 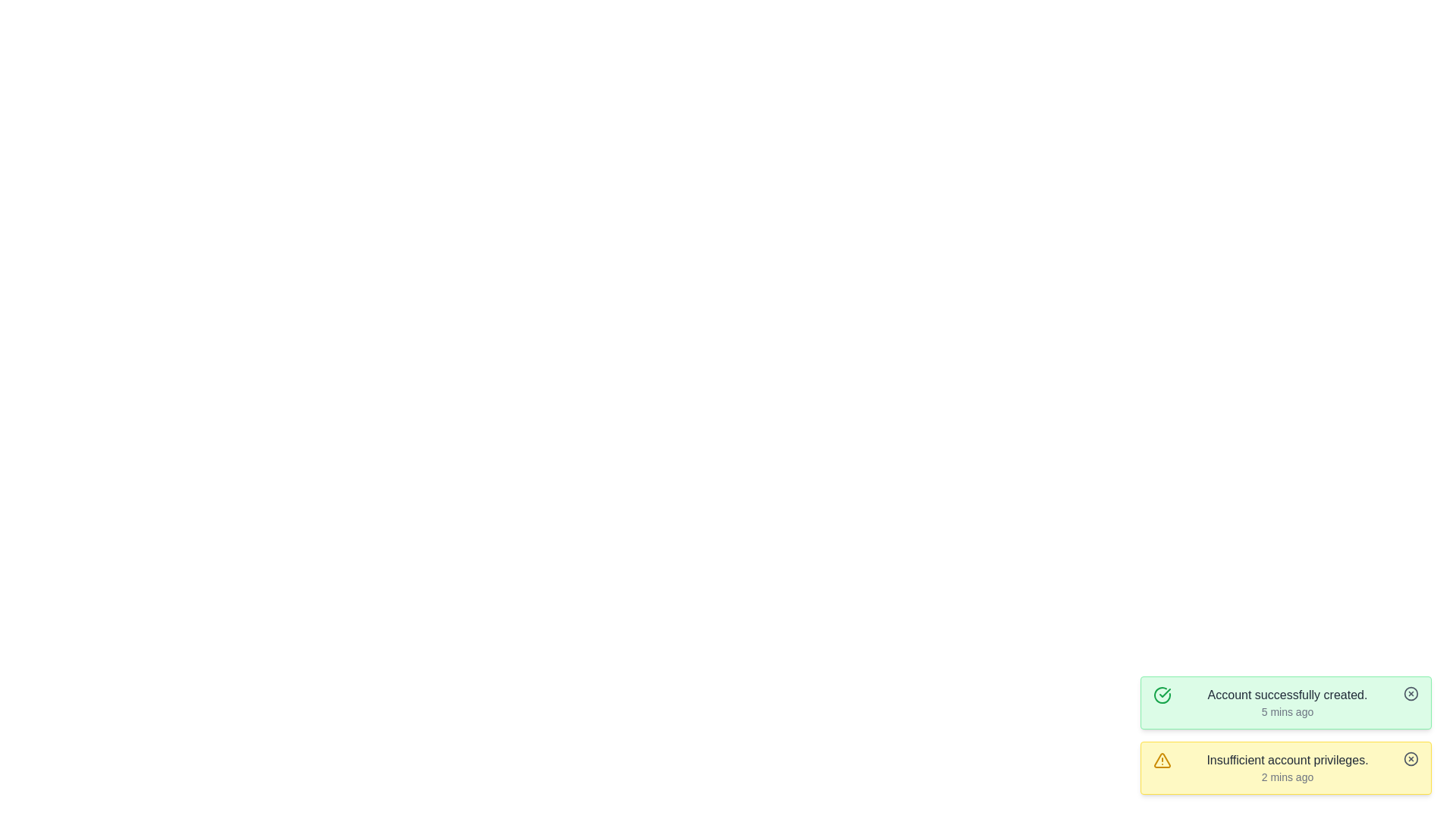 What do you see at coordinates (1410, 759) in the screenshot?
I see `the circular 'X' icon with a radius of 10 pixels, which is part of the second notification, located centrally within a 24x24 pixel icon adjacent to the notification panel` at bounding box center [1410, 759].